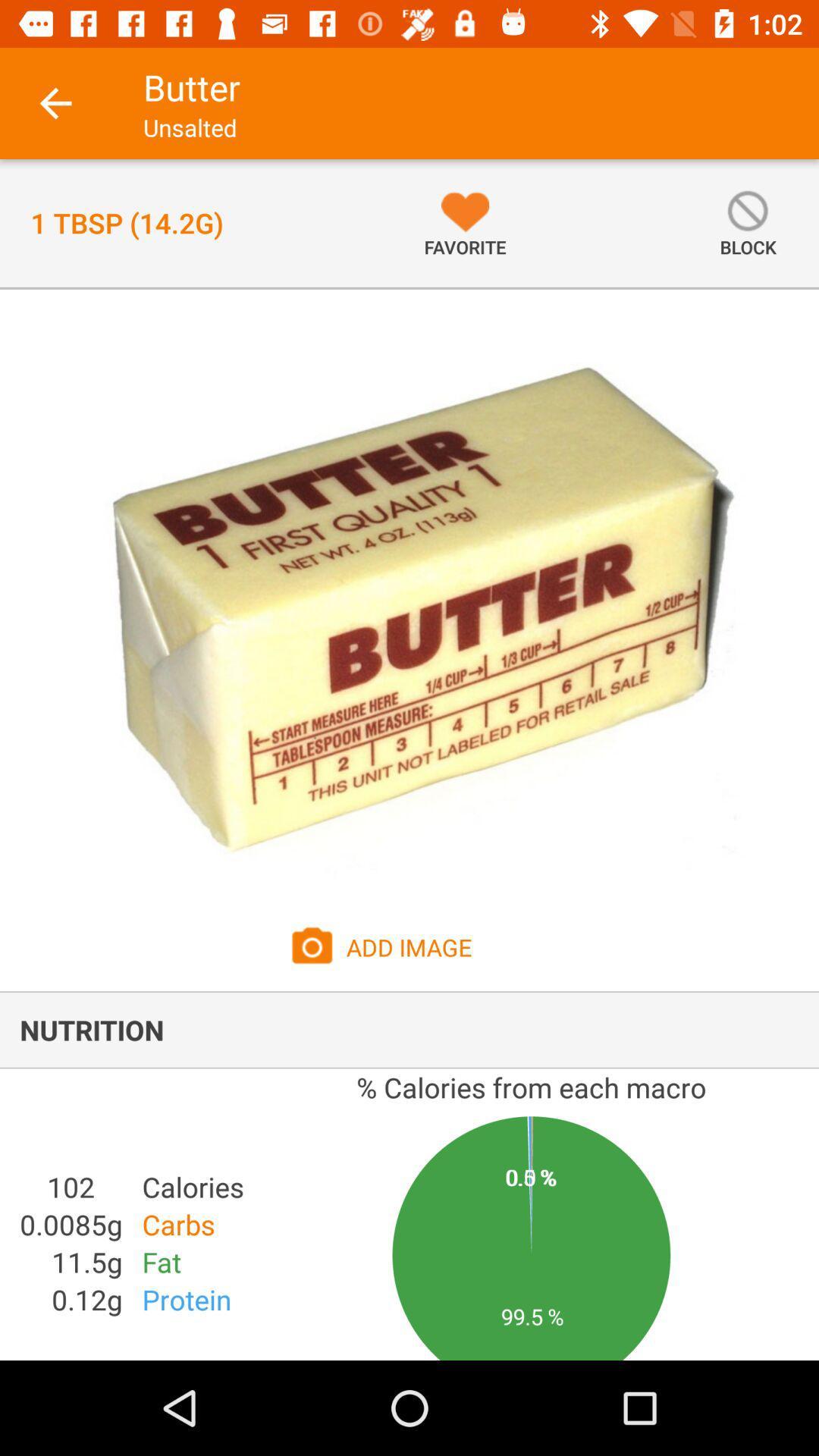  I want to click on the item at the top right corner, so click(747, 222).